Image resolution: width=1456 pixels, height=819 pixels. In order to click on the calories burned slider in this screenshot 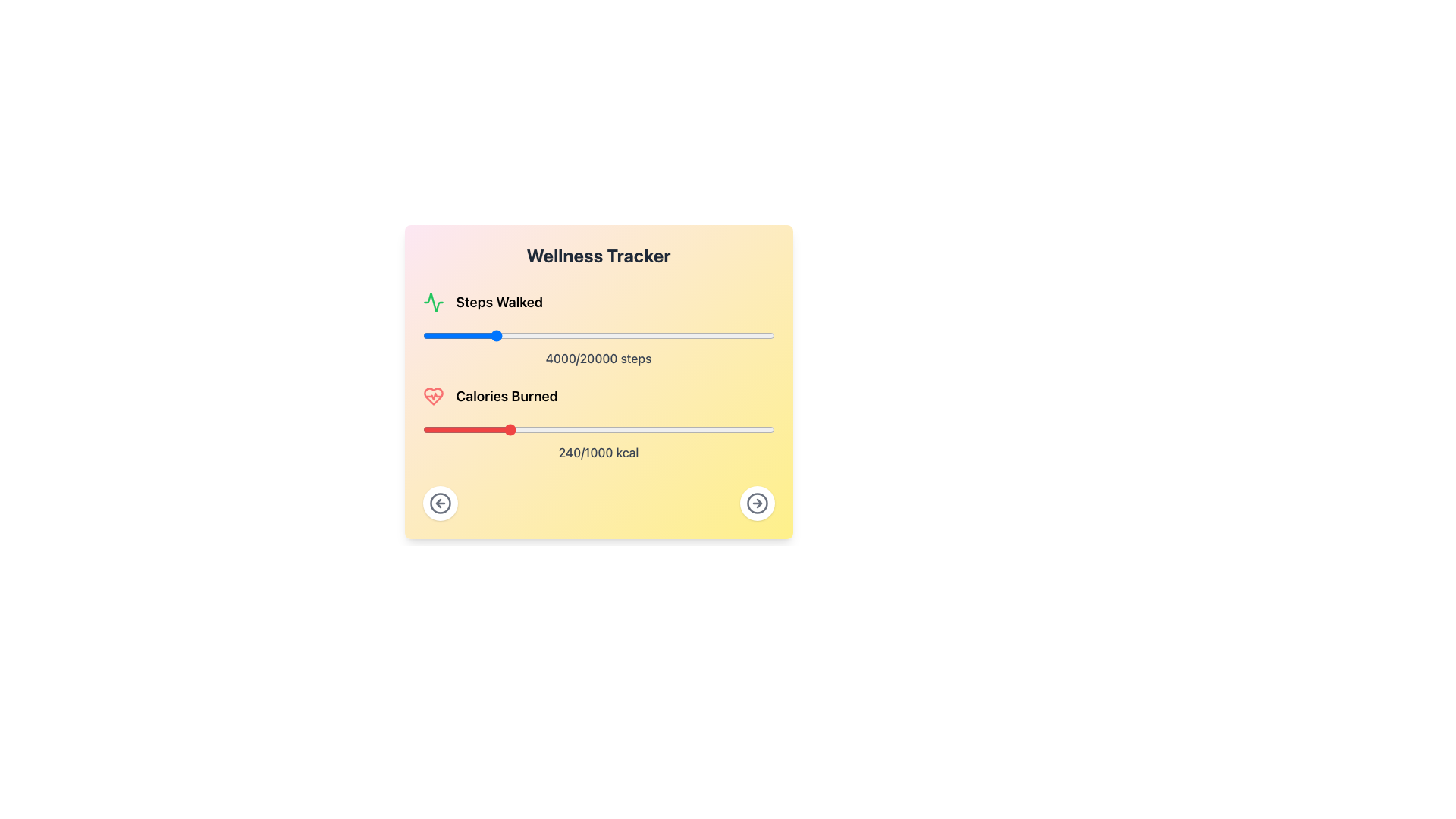, I will do `click(498, 430)`.